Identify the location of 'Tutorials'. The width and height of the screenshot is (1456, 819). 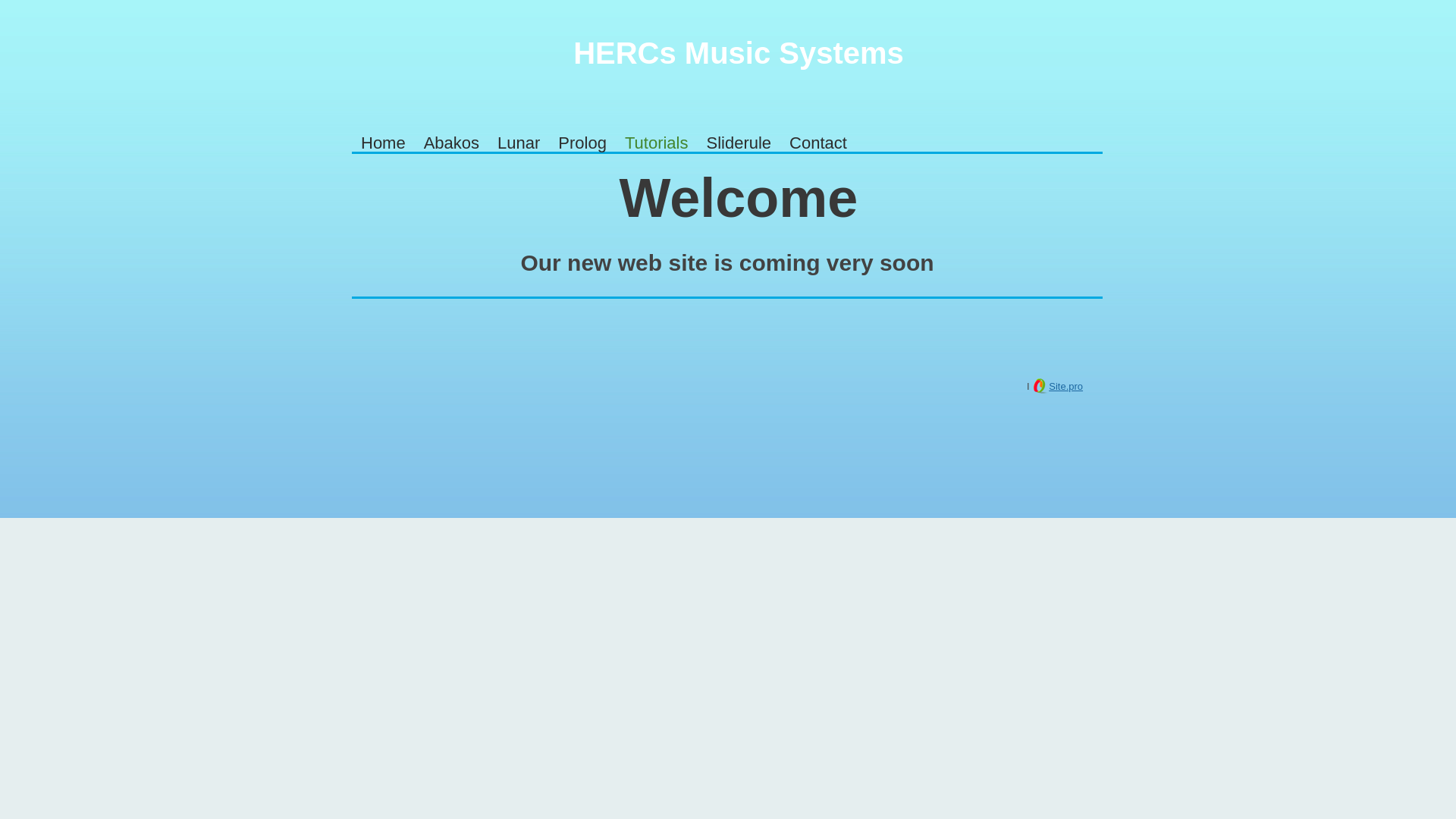
(656, 143).